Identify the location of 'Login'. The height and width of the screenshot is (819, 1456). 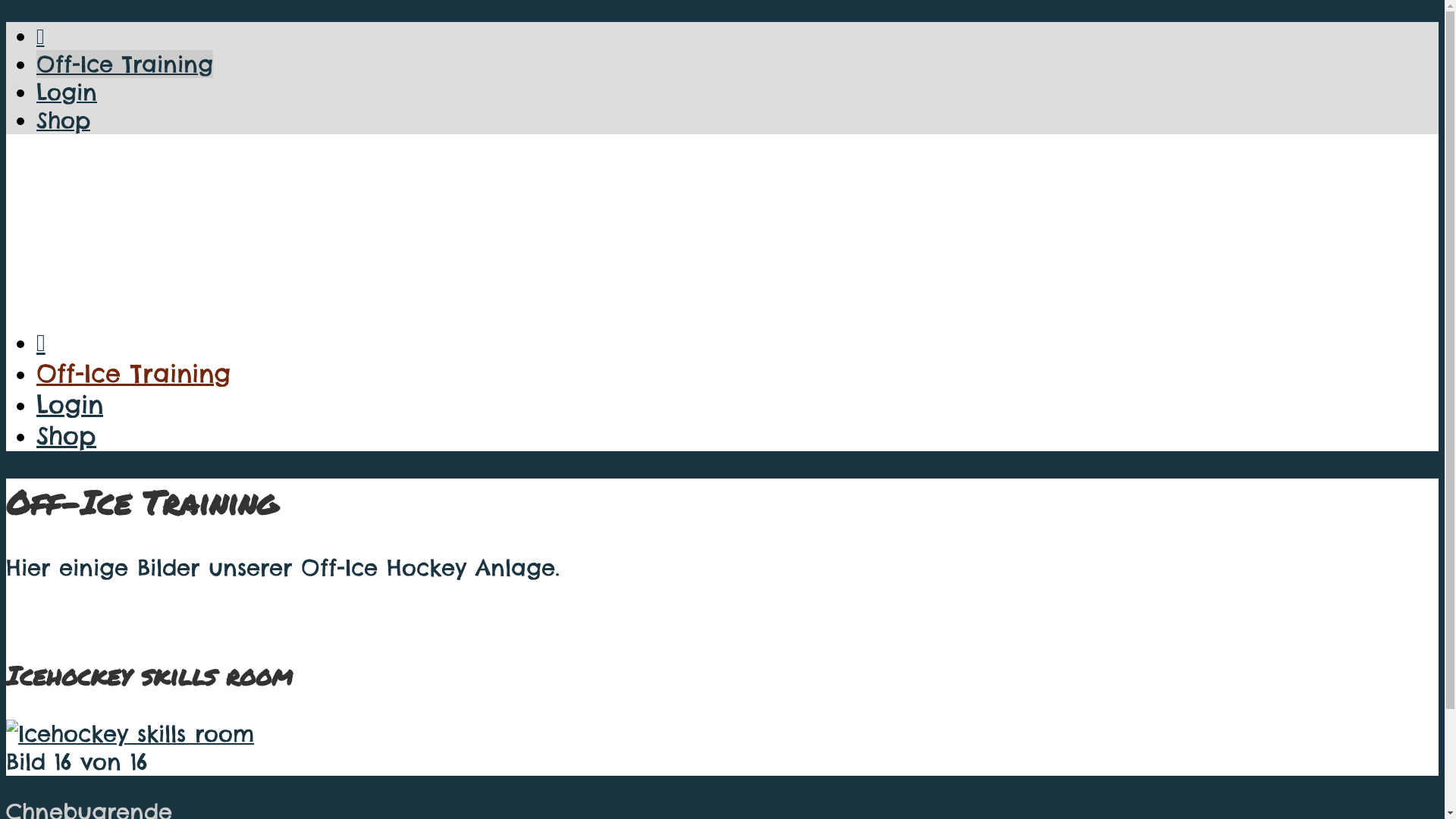
(68, 403).